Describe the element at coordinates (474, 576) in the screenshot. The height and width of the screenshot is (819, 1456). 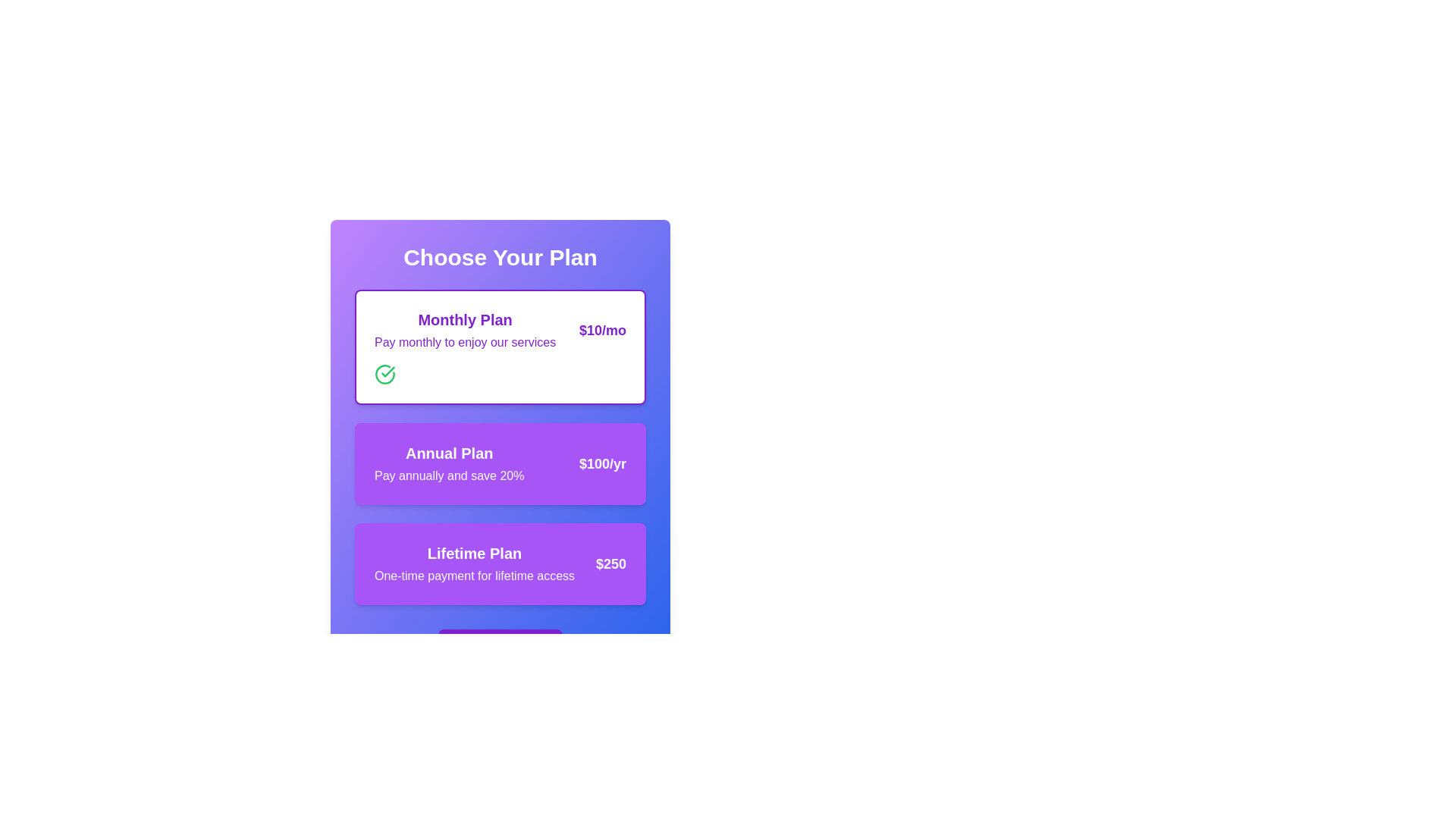
I see `the text component that states 'One-time payment for lifetime access.' which is located below the bold title 'Lifetime Plan' on a purple background` at that location.